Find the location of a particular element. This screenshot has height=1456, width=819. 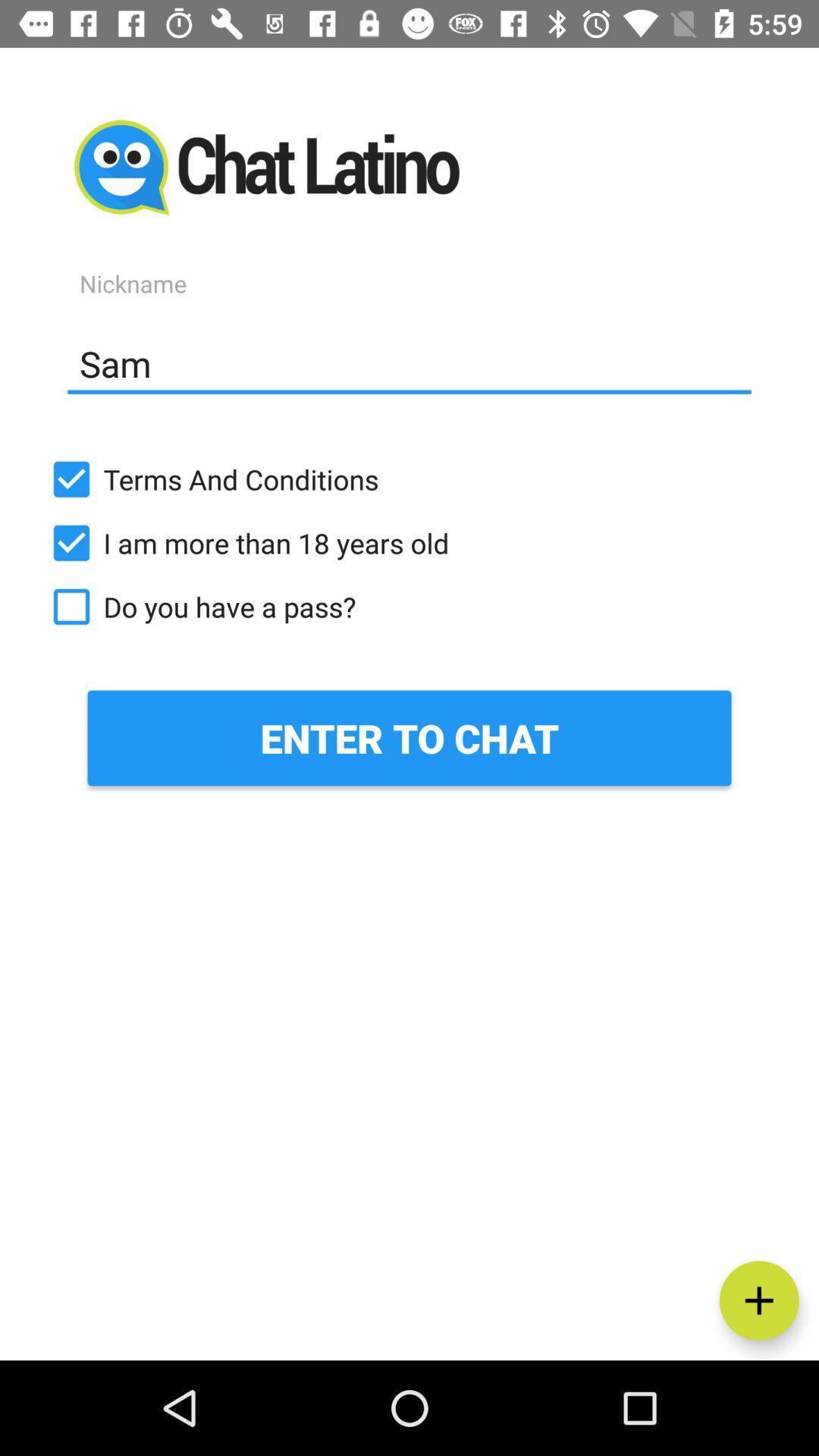

icon above the do you have item is located at coordinates (409, 543).